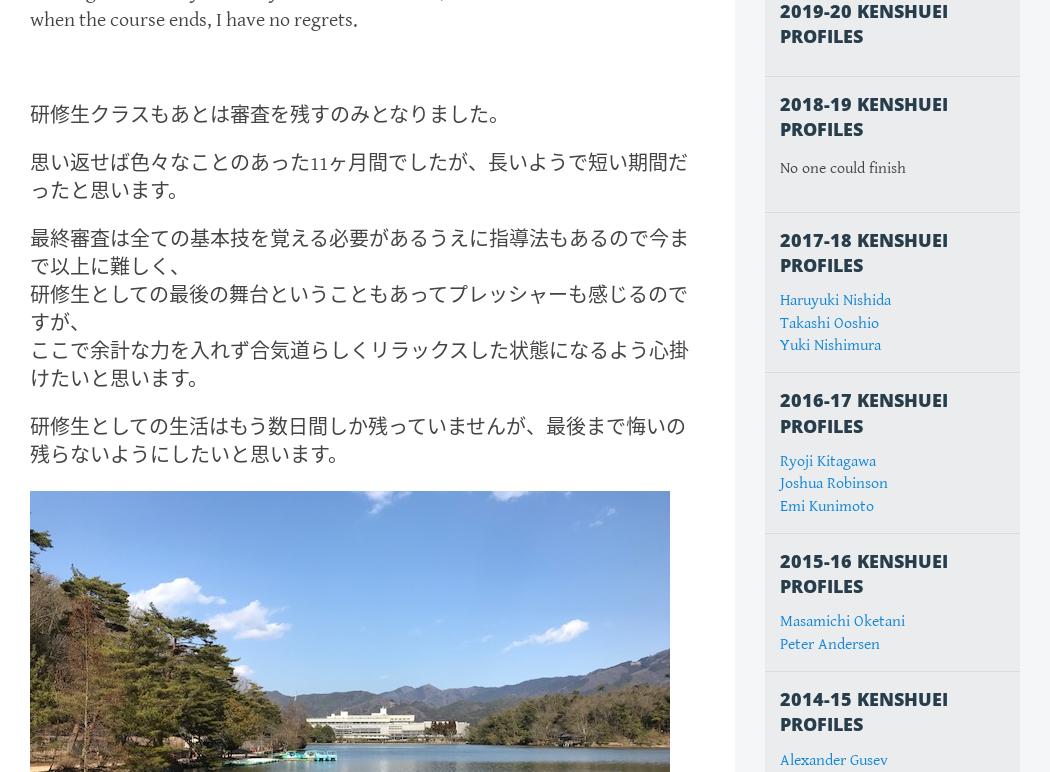  What do you see at coordinates (834, 758) in the screenshot?
I see `'Alexander Gusev'` at bounding box center [834, 758].